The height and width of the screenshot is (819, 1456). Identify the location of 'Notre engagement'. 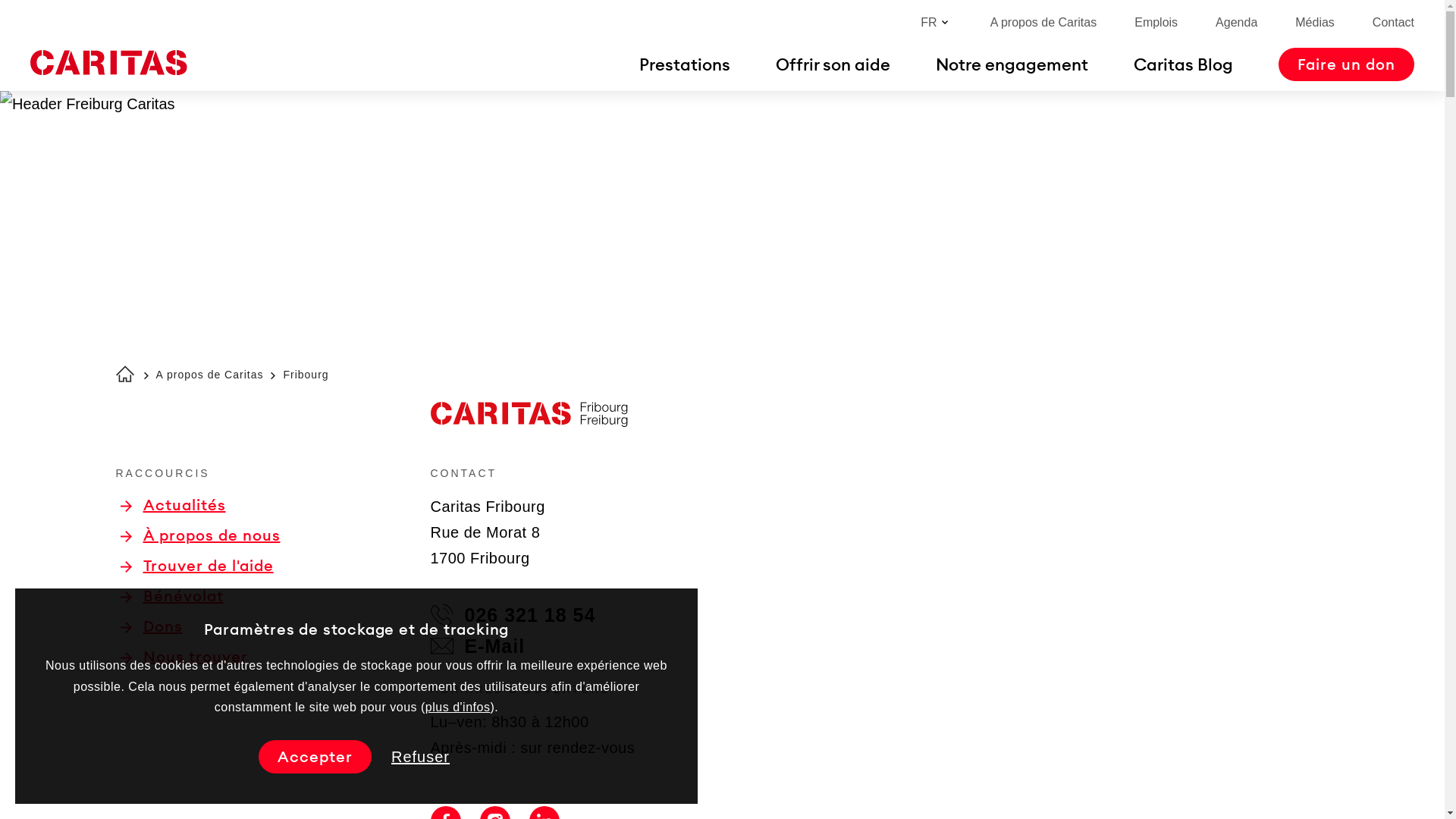
(1012, 63).